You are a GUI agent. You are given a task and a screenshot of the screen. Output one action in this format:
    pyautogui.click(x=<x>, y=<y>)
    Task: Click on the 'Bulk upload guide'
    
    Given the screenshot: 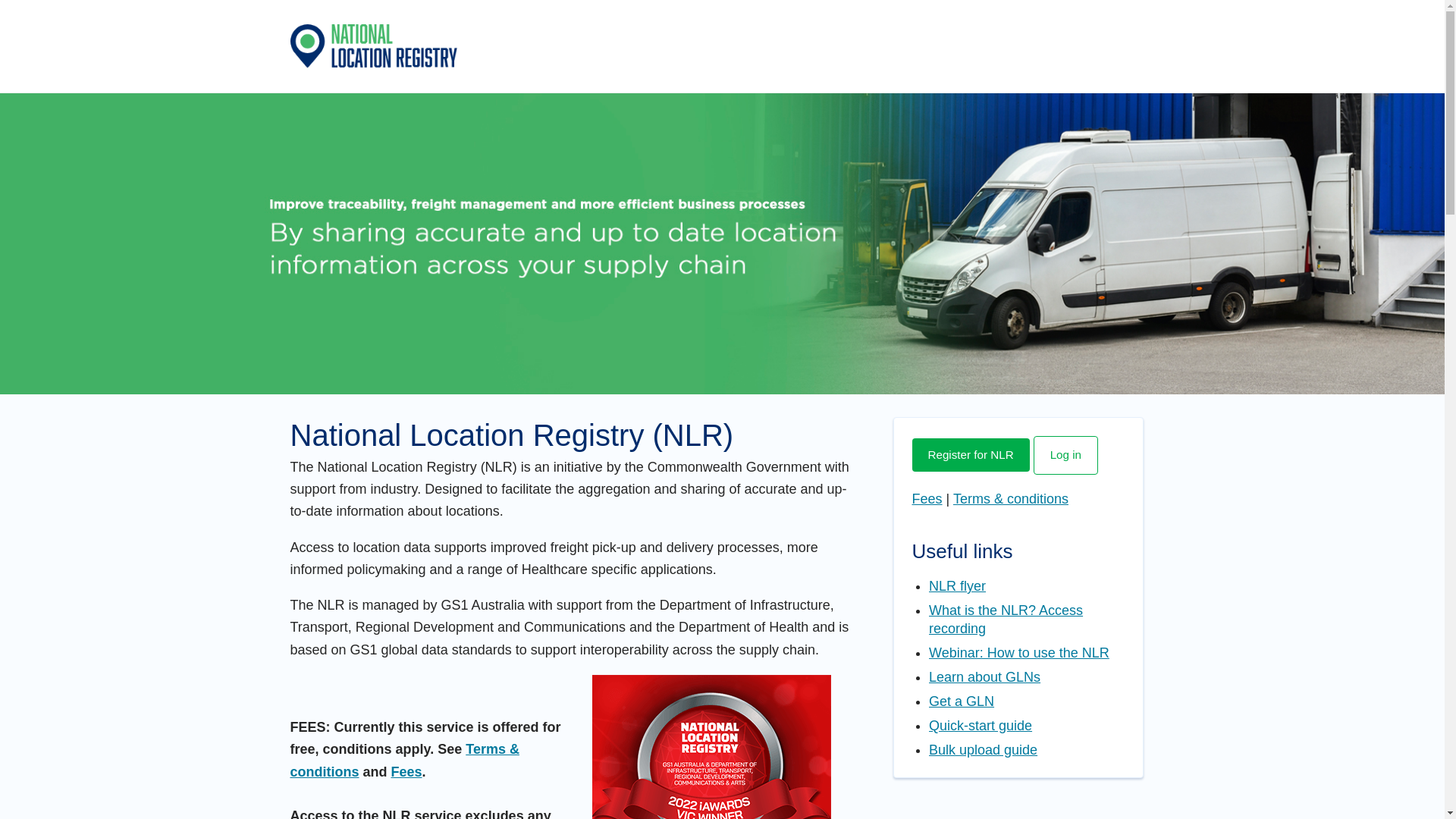 What is the action you would take?
    pyautogui.click(x=983, y=748)
    